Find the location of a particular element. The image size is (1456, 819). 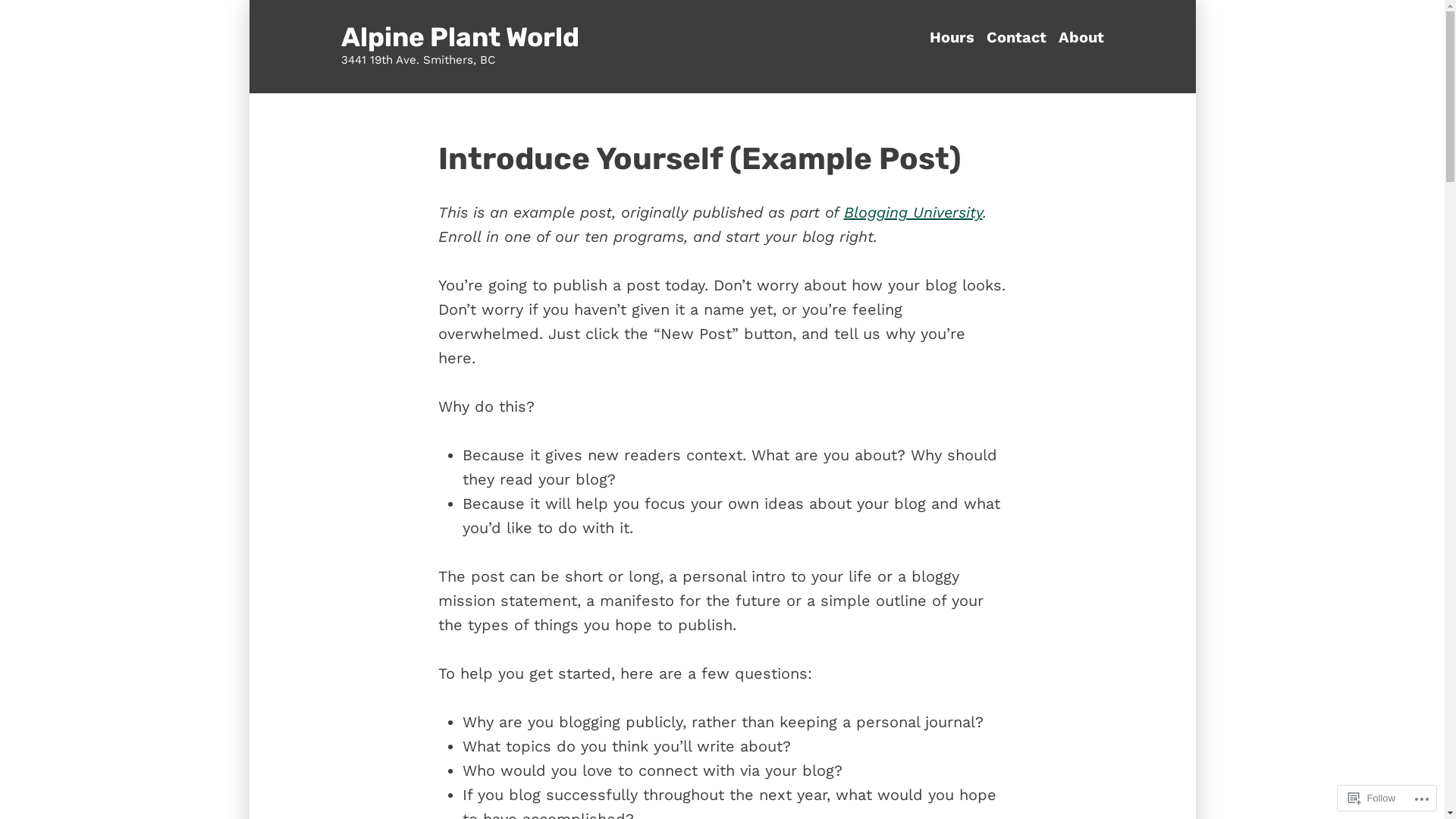

'Hours' is located at coordinates (954, 36).